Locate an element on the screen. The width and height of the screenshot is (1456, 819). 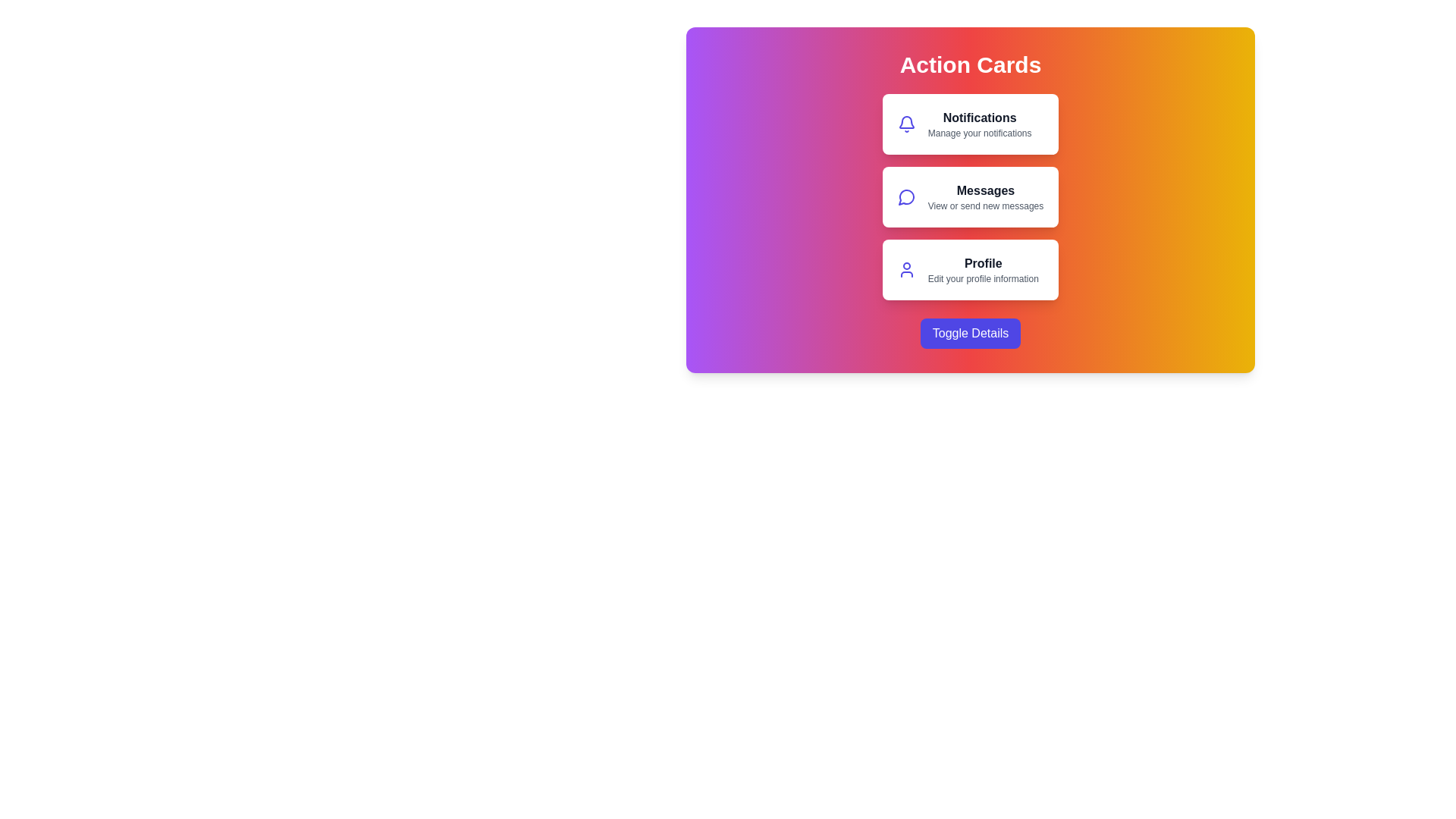
the Label that indicates the purpose of its containing card related to notifications, located at the upper center area of the application interface is located at coordinates (980, 117).